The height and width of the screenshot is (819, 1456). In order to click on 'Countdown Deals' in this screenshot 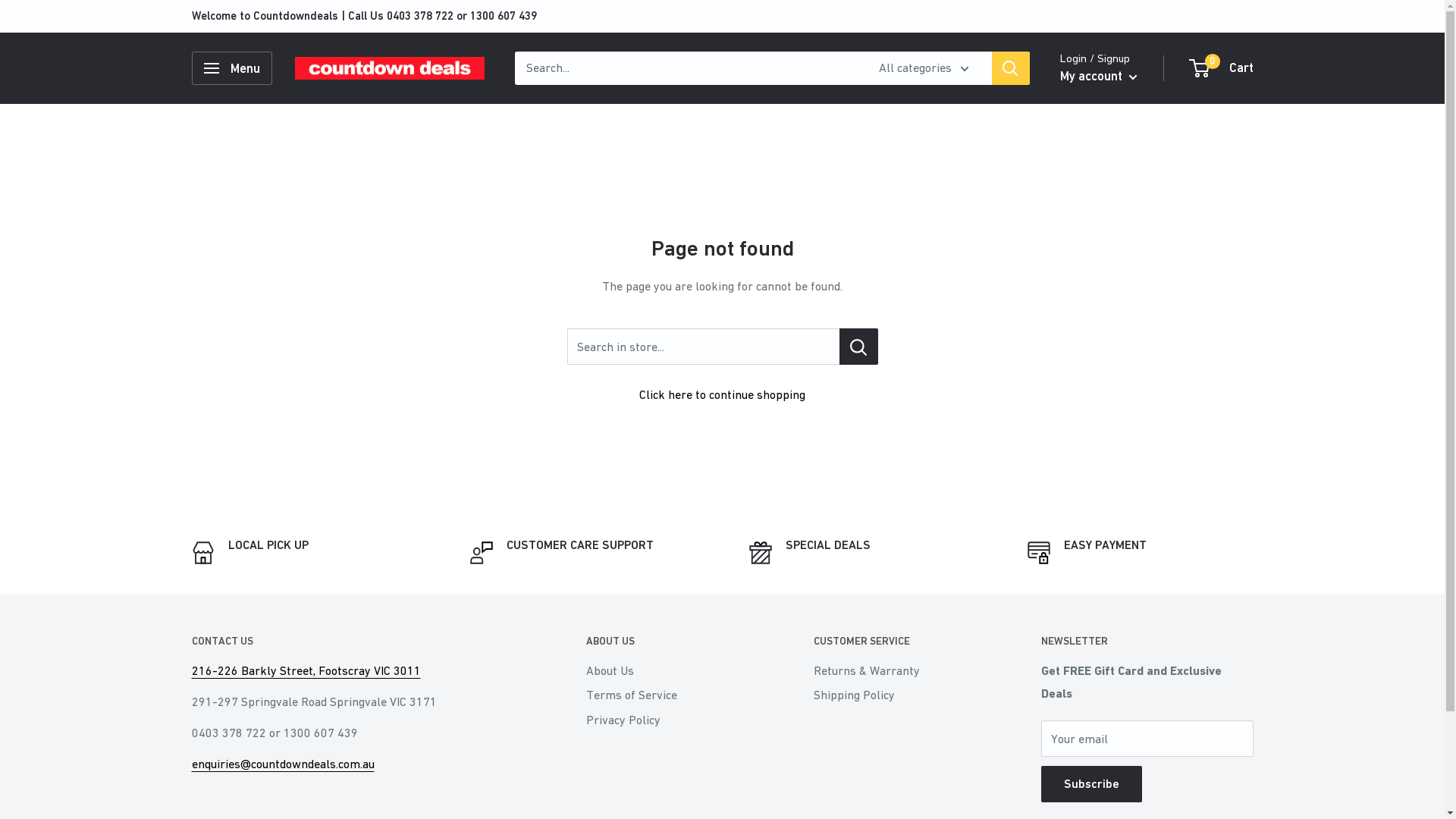, I will do `click(389, 68)`.